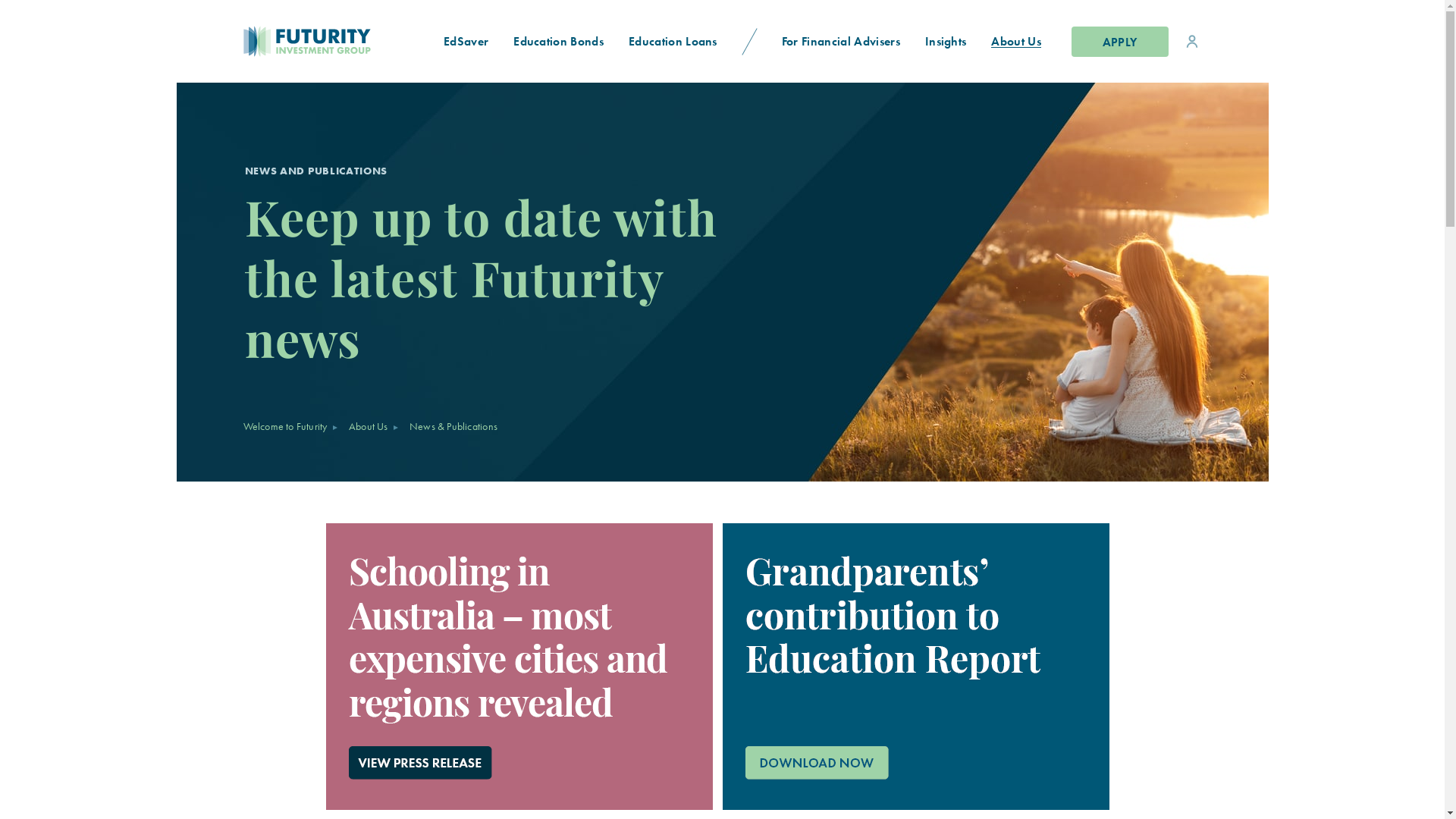  What do you see at coordinates (1119, 40) in the screenshot?
I see `'APPLY'` at bounding box center [1119, 40].